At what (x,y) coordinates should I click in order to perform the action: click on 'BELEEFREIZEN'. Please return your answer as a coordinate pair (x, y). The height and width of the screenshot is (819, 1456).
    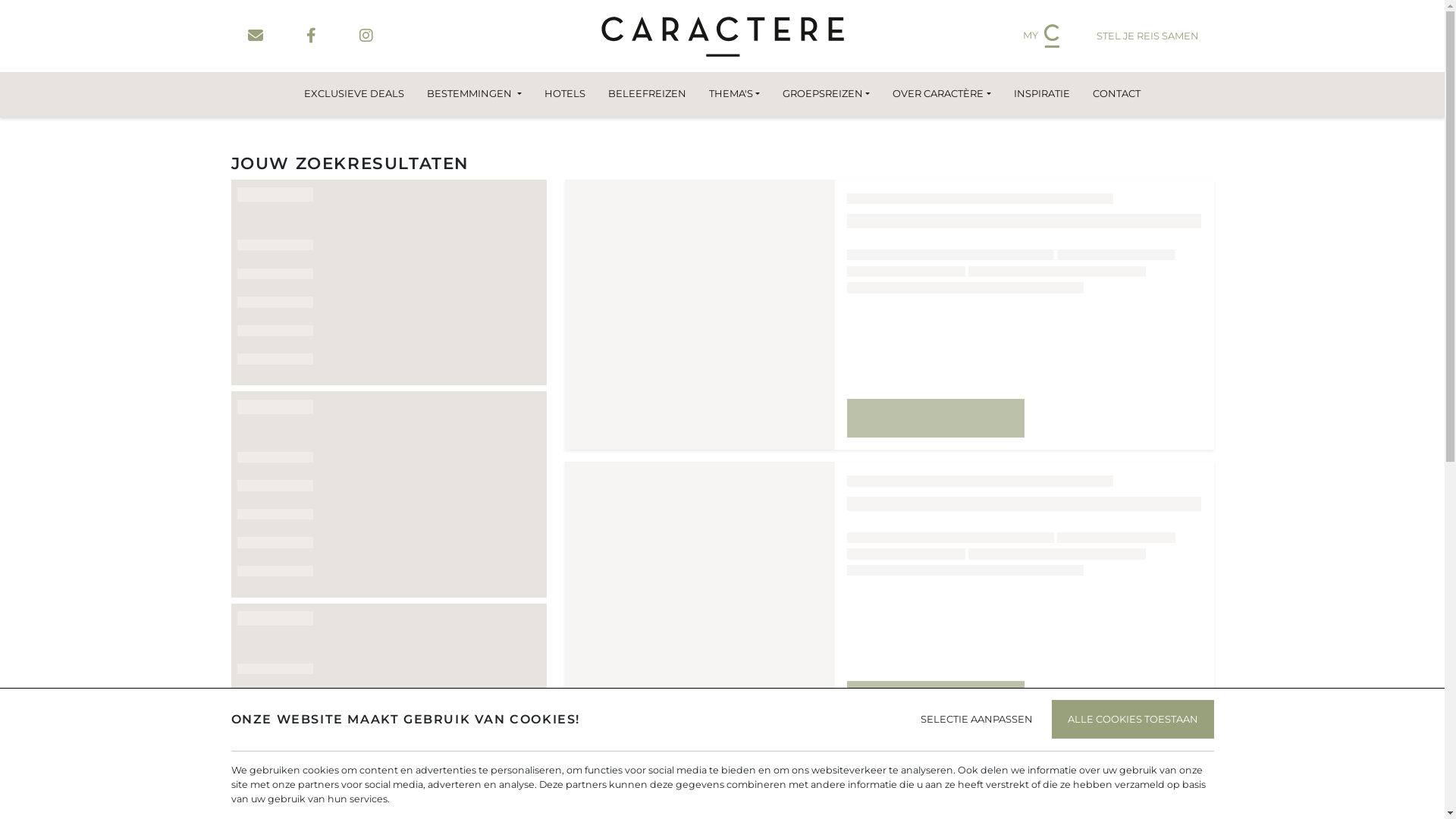
    Looking at the image, I should click on (647, 93).